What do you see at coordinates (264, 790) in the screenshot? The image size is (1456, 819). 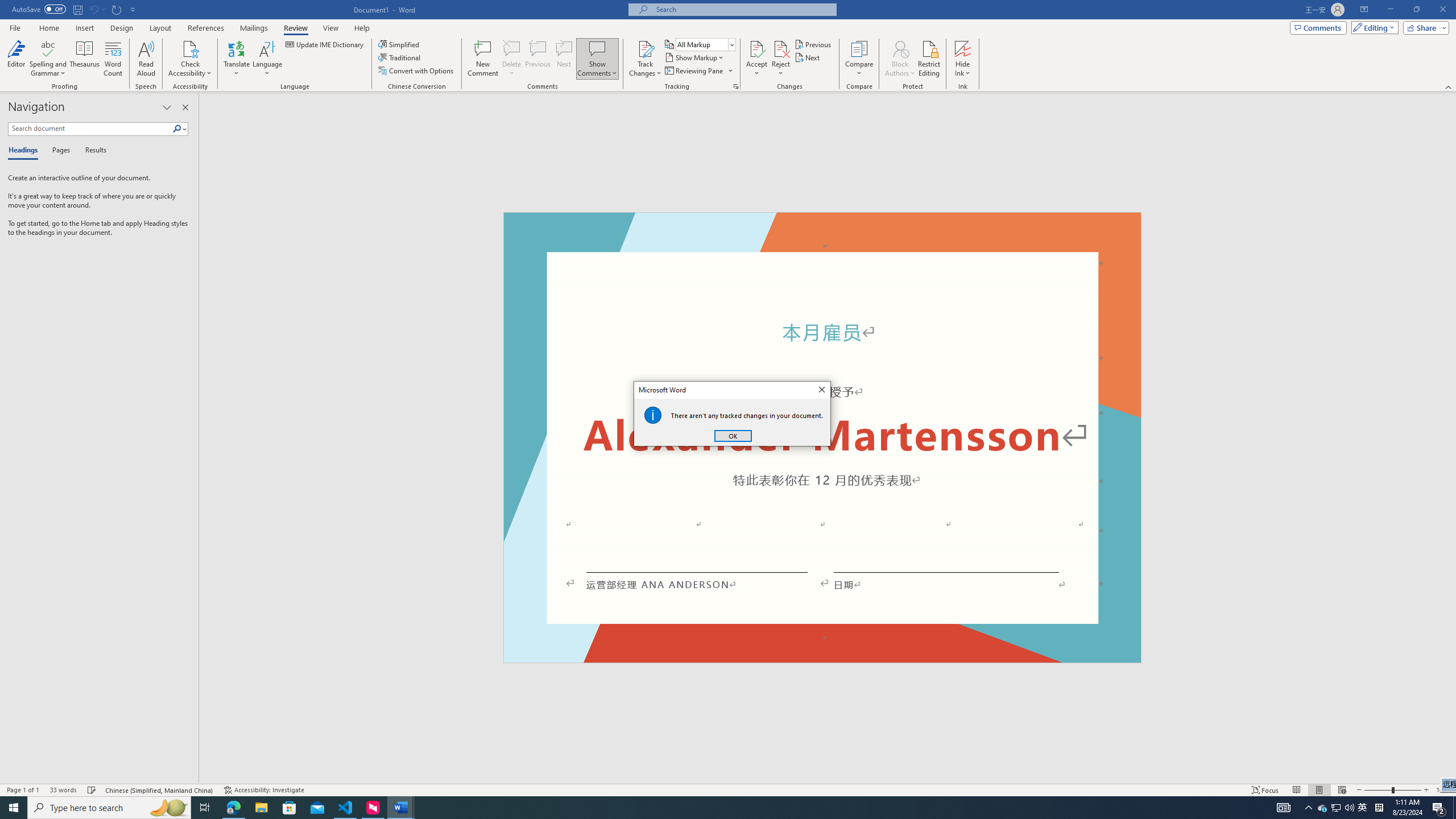 I see `'Accessibility Checker Accessibility: Investigate'` at bounding box center [264, 790].